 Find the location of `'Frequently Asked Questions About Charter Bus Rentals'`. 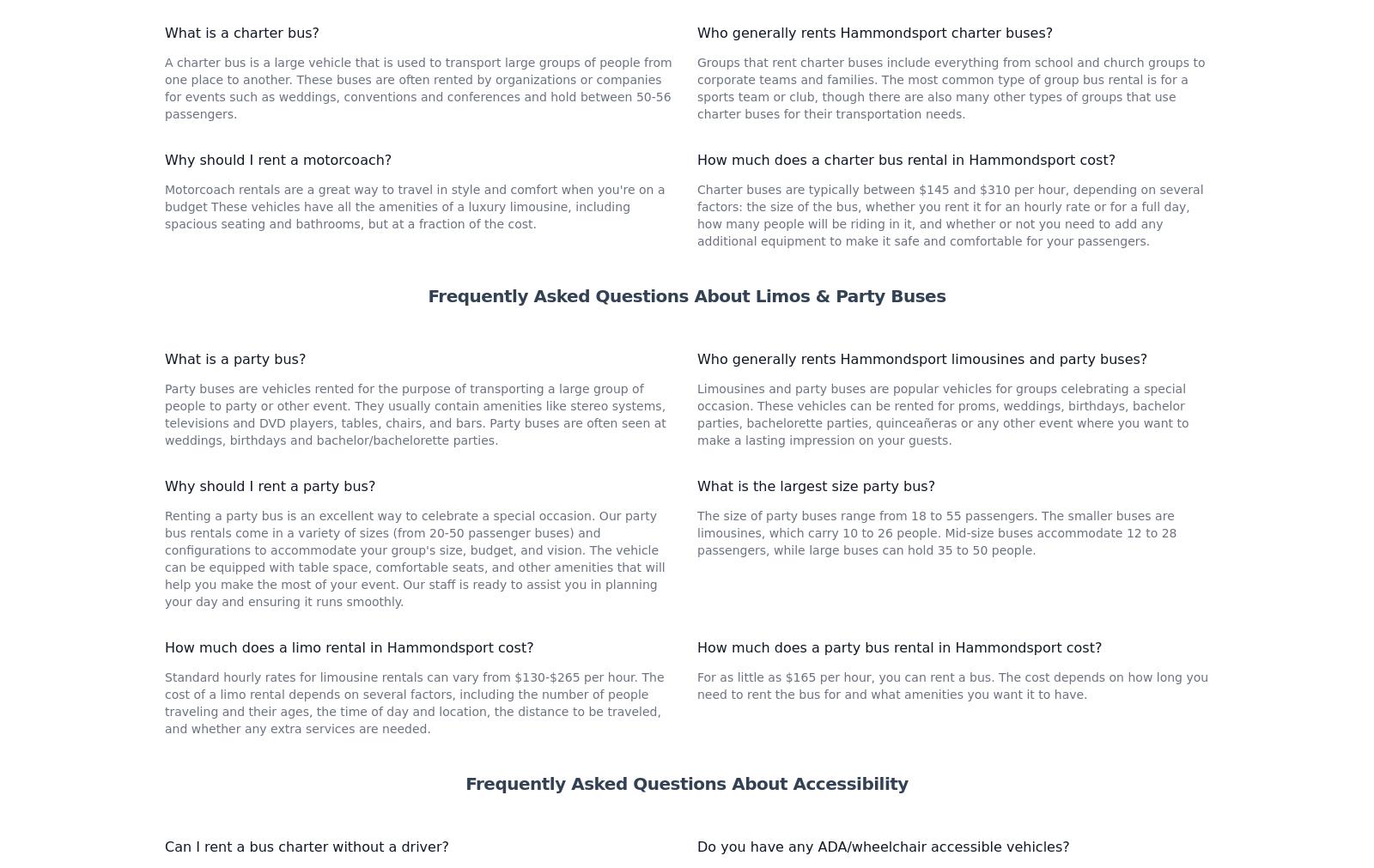

'Frequently Asked Questions About Charter Bus Rentals' is located at coordinates (686, 198).